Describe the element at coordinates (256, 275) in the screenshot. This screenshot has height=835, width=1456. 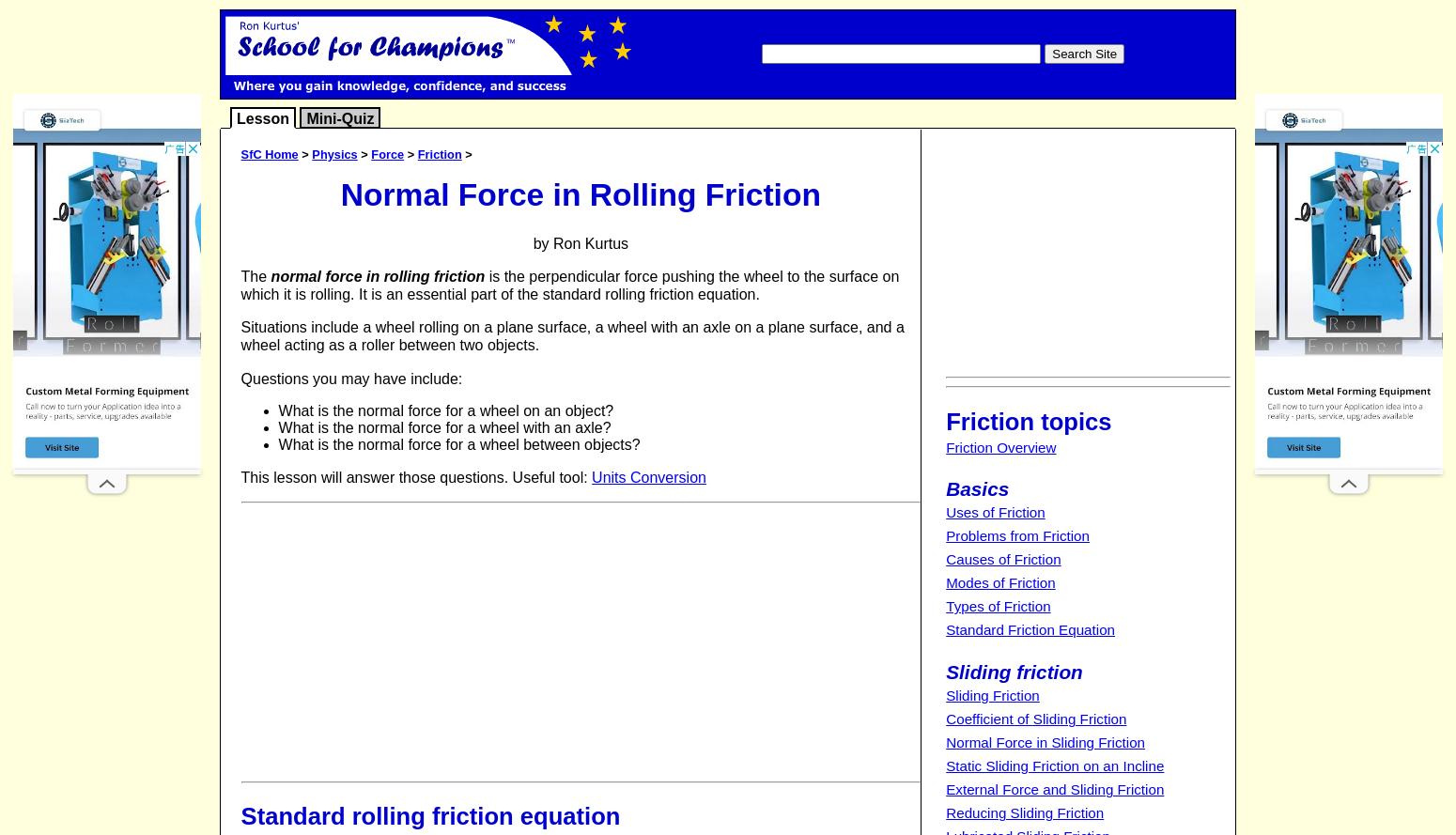
I see `'The'` at that location.